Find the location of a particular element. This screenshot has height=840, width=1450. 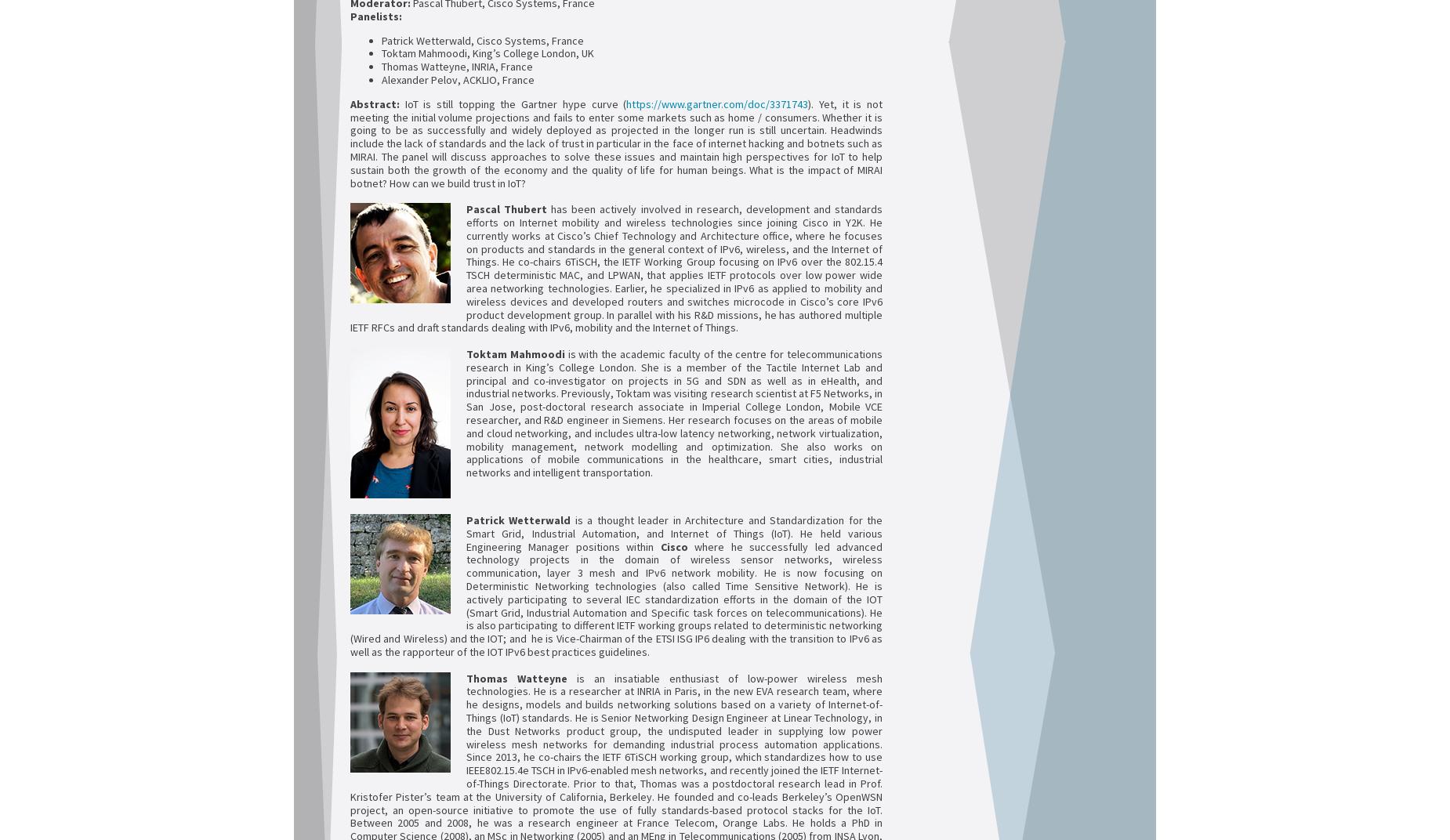

'Thomas Watteyne' is located at coordinates (517, 676).